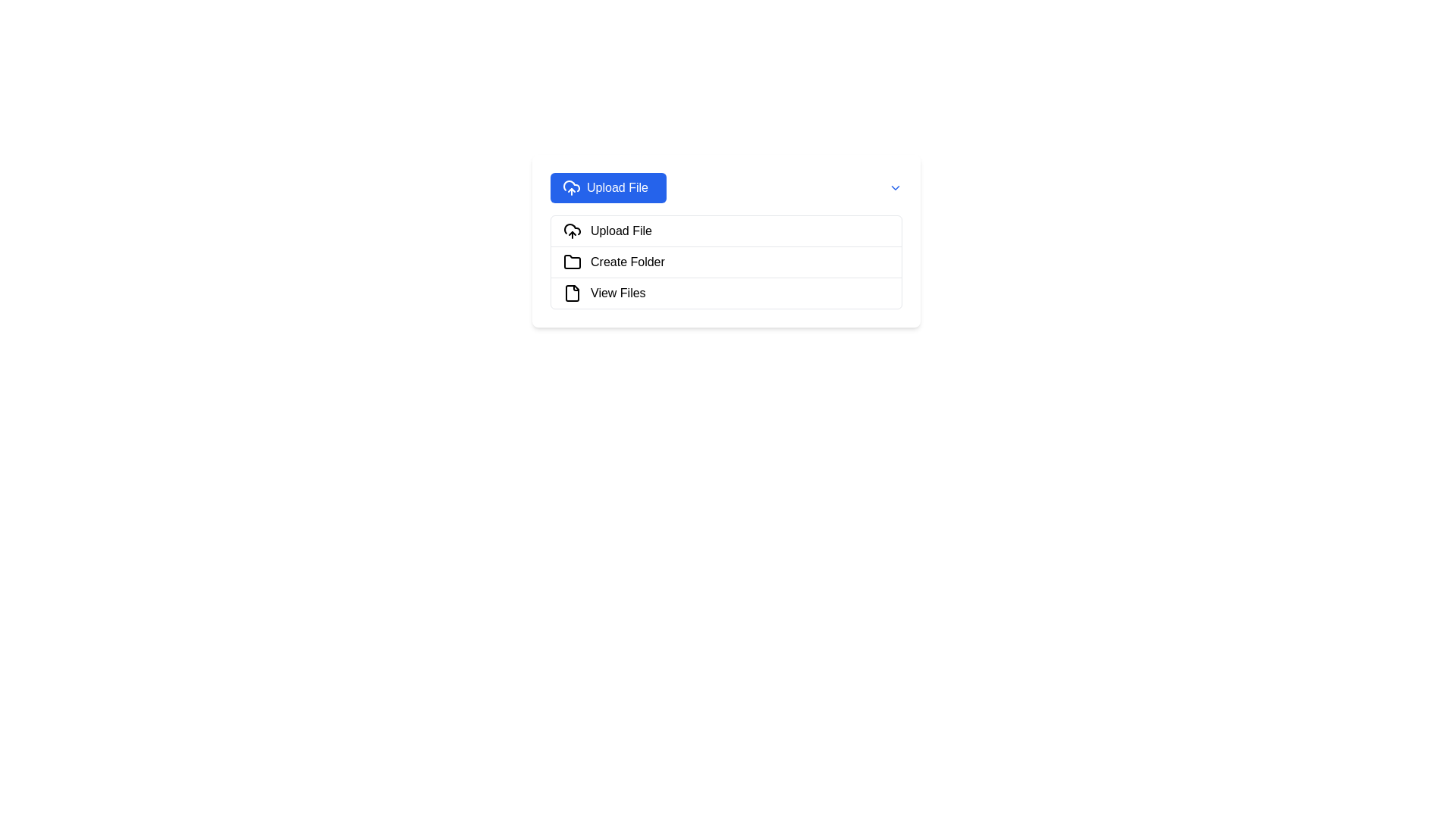 This screenshot has height=819, width=1456. I want to click on the third Text Label element in the vertical list of options, which serves as a descriptor for viewing files, located below the 'Upload File' button, so click(618, 293).